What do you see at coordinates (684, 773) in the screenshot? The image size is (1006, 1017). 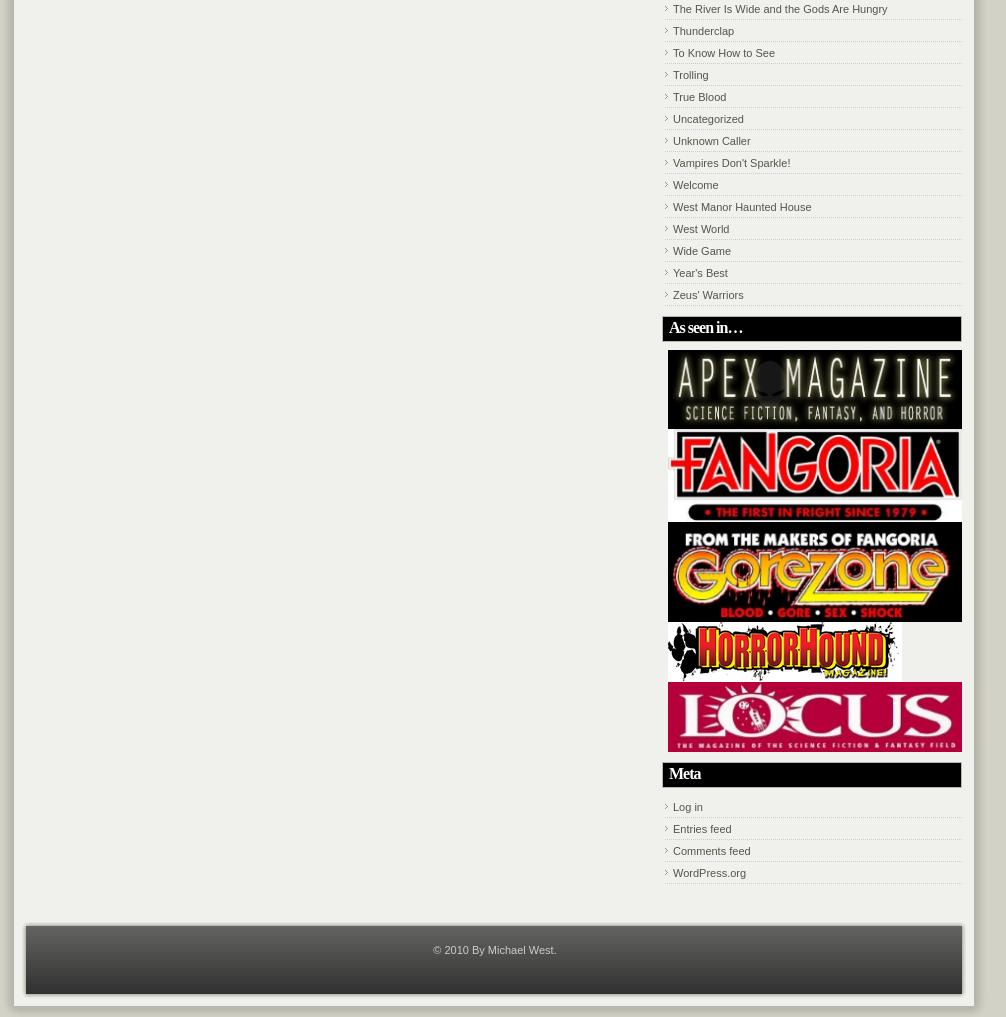 I see `'Meta'` at bounding box center [684, 773].